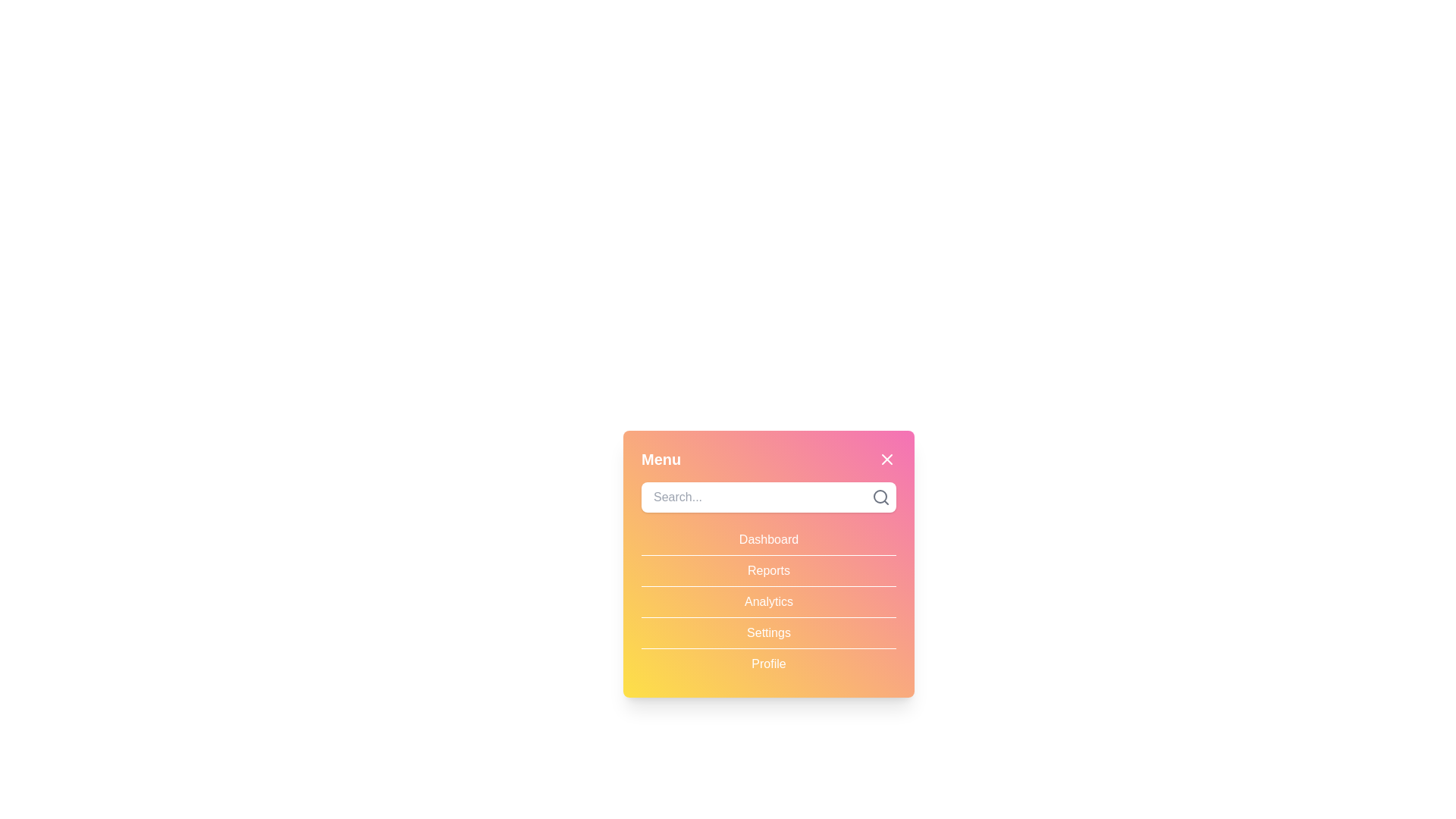 This screenshot has width=1456, height=819. What do you see at coordinates (768, 663) in the screenshot?
I see `the menu item Profile to observe hover effects` at bounding box center [768, 663].